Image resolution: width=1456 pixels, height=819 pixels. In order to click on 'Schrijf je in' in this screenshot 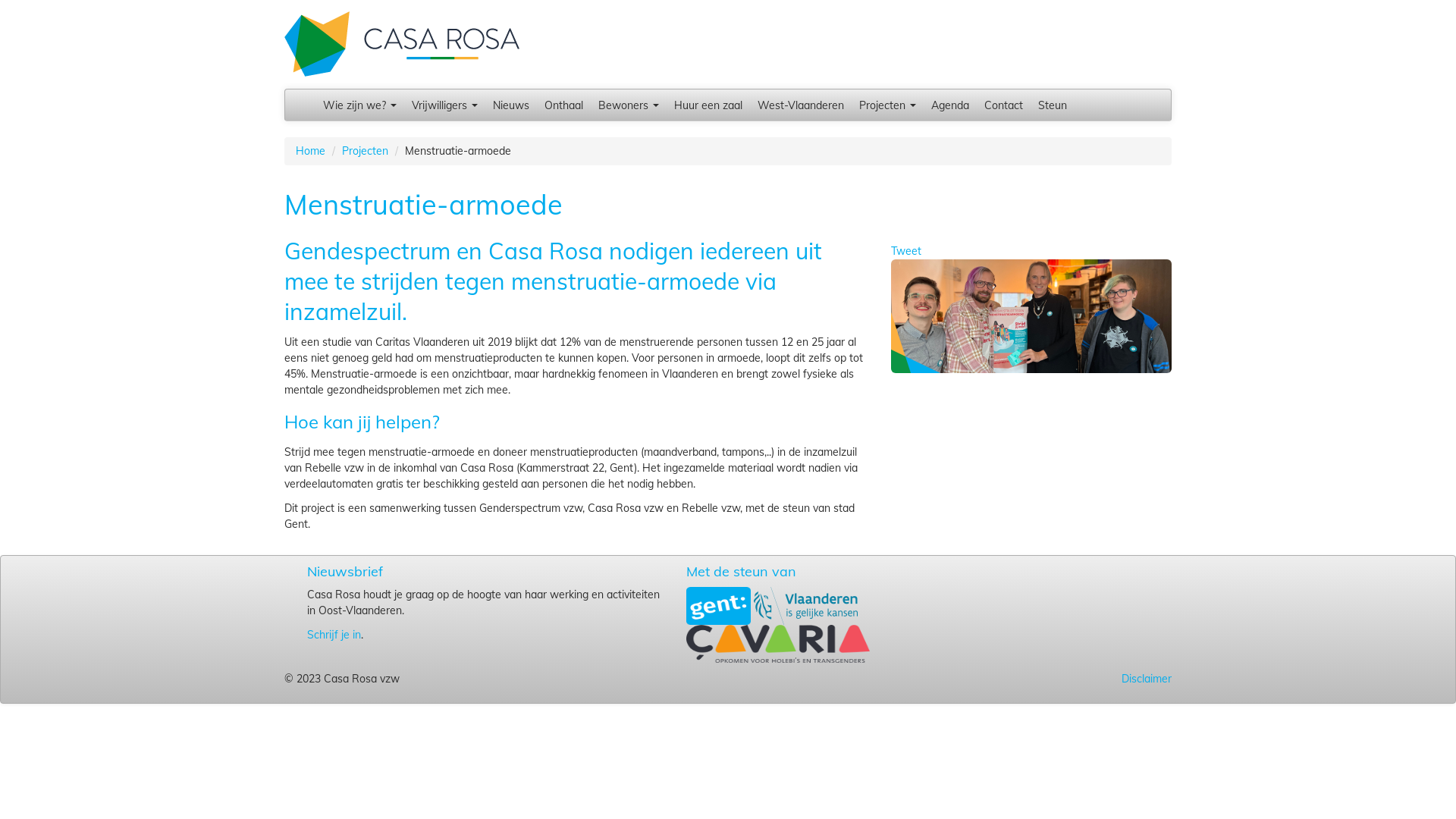, I will do `click(333, 635)`.